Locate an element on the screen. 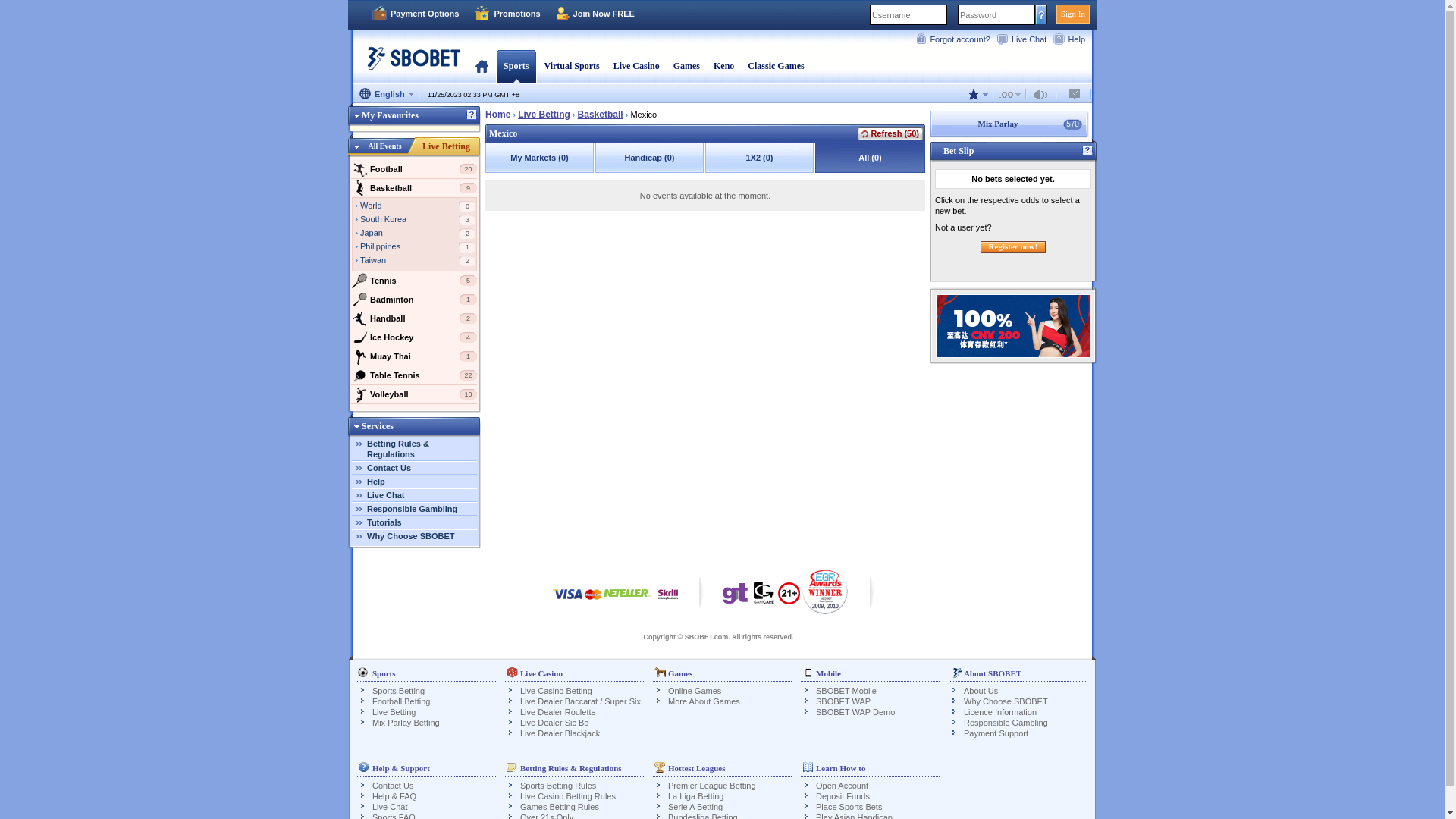 The image size is (1456, 819). 'Philippines is located at coordinates (418, 247).